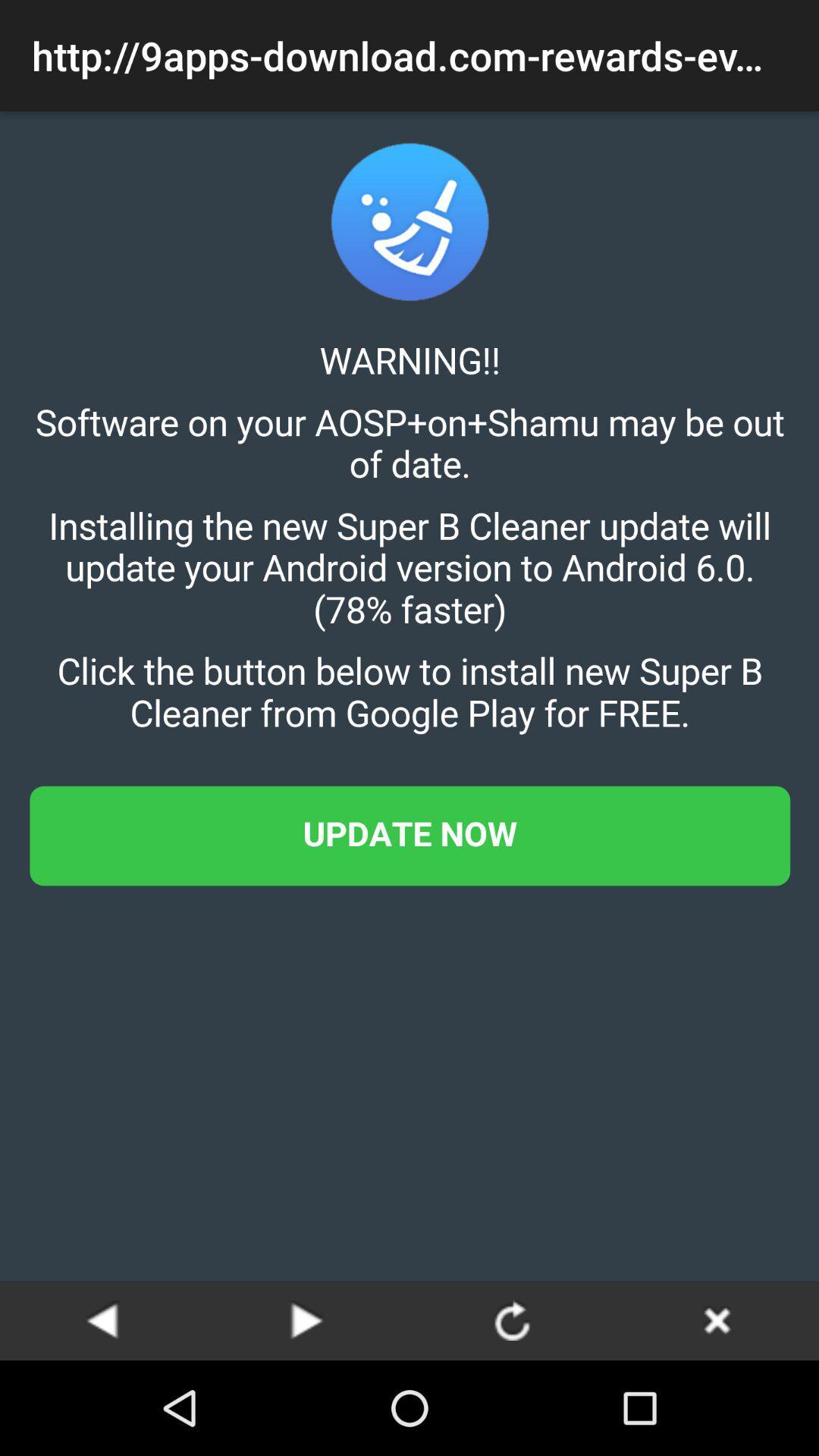 The image size is (819, 1456). I want to click on go next, so click(307, 1319).